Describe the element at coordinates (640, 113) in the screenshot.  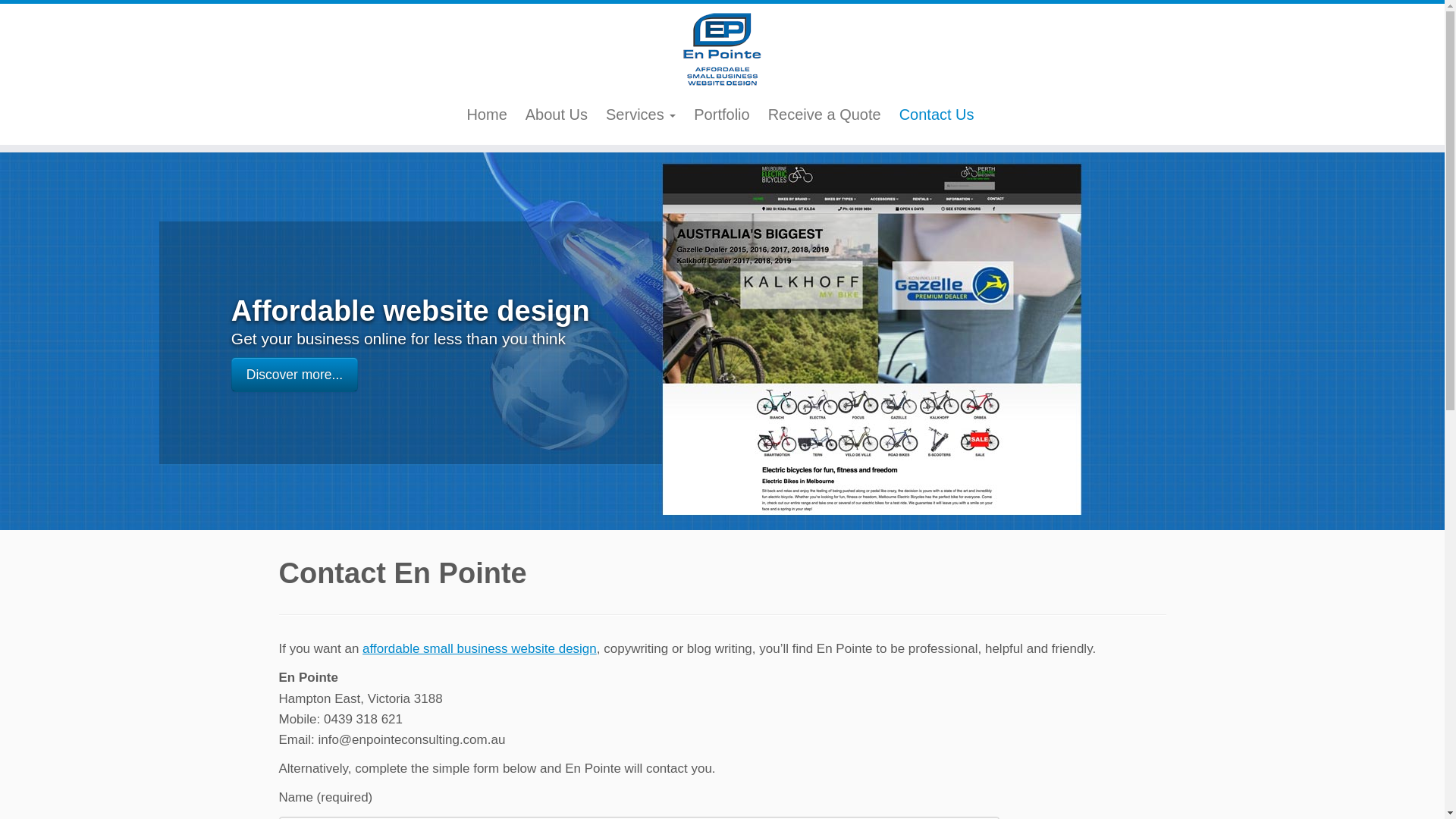
I see `'Services'` at that location.